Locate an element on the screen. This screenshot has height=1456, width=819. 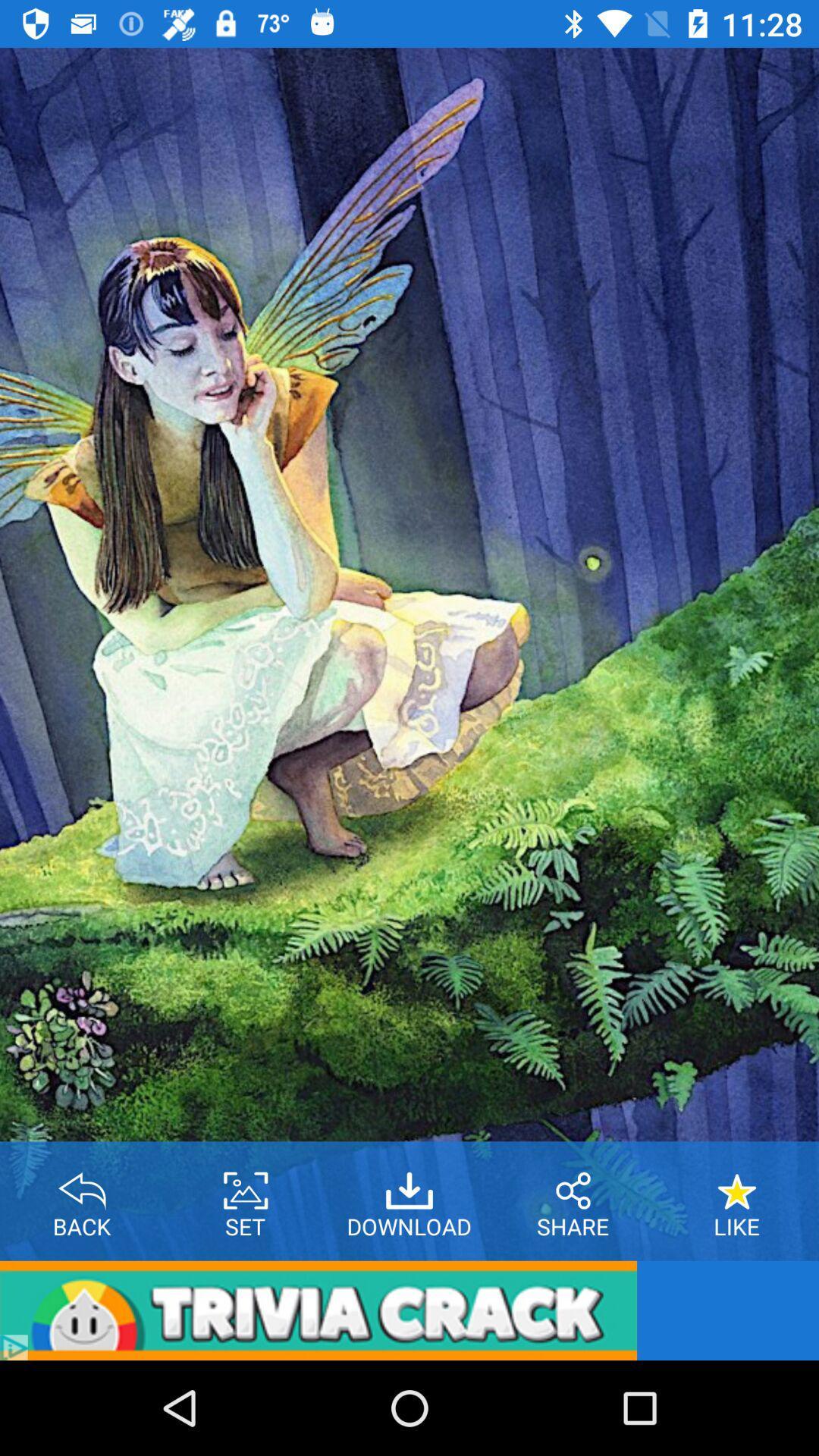
settings optiob is located at coordinates (245, 1185).